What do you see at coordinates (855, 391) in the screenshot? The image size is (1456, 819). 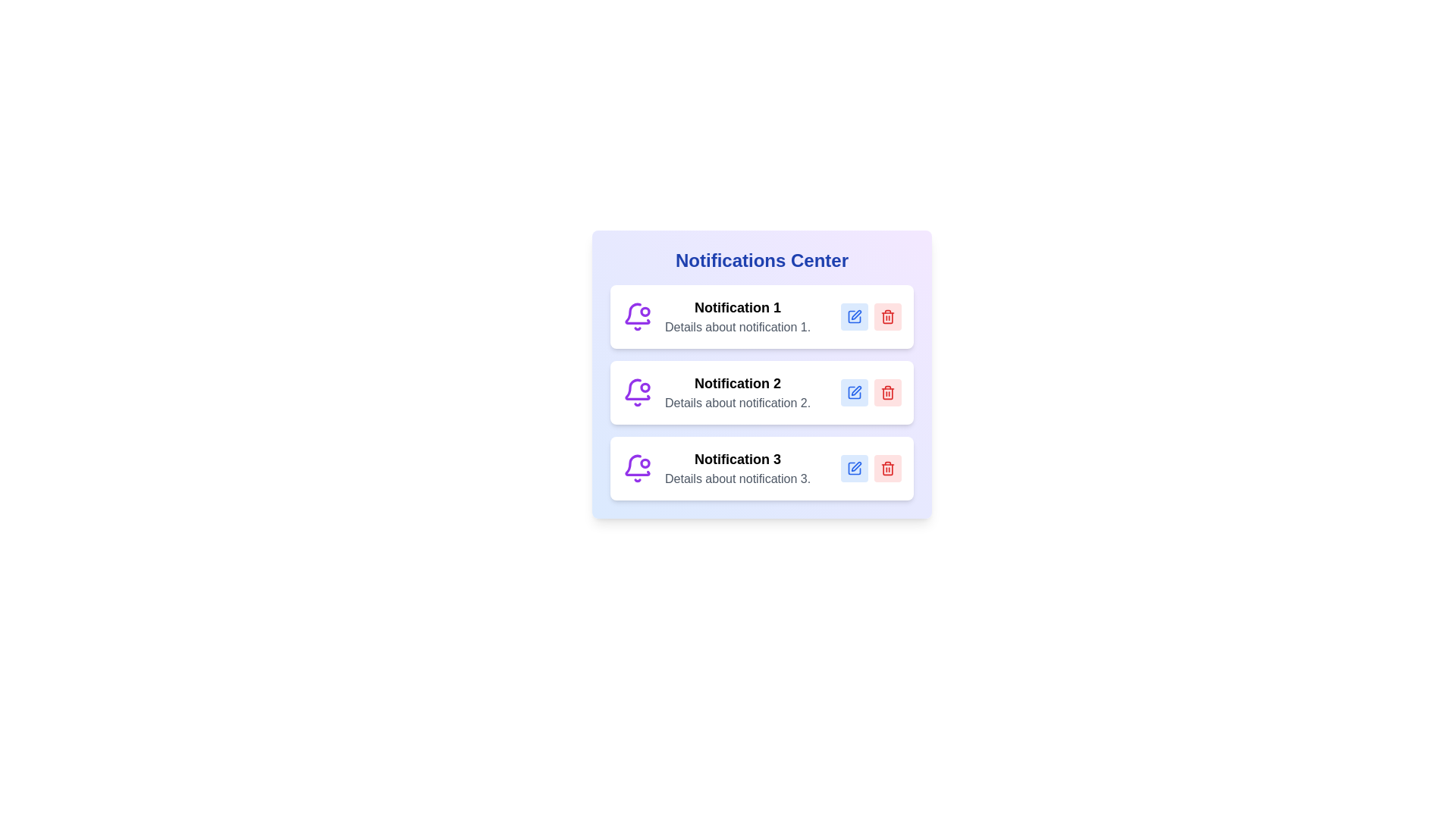 I see `the decorative or interactive edit icon located within the 'Notification 2' list item, positioned to the right of the notification text` at bounding box center [855, 391].